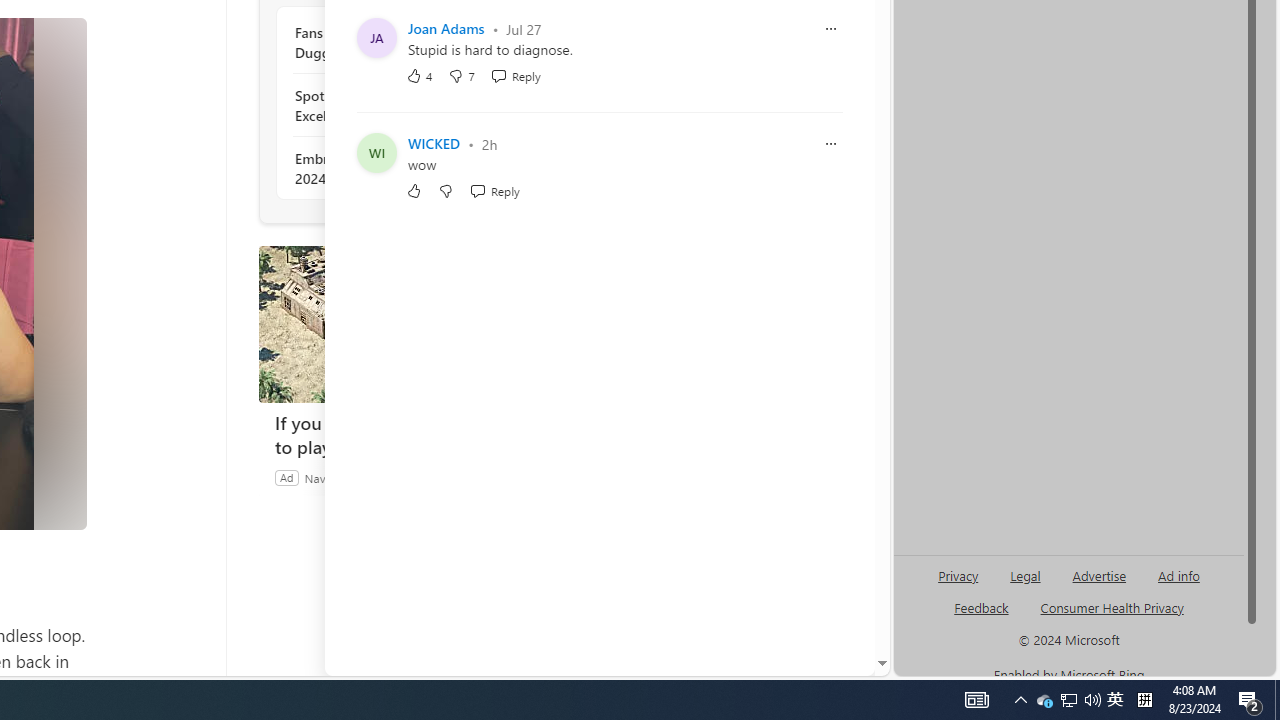 This screenshot has height=720, width=1280. What do you see at coordinates (445, 28) in the screenshot?
I see `'Joan Adams'` at bounding box center [445, 28].